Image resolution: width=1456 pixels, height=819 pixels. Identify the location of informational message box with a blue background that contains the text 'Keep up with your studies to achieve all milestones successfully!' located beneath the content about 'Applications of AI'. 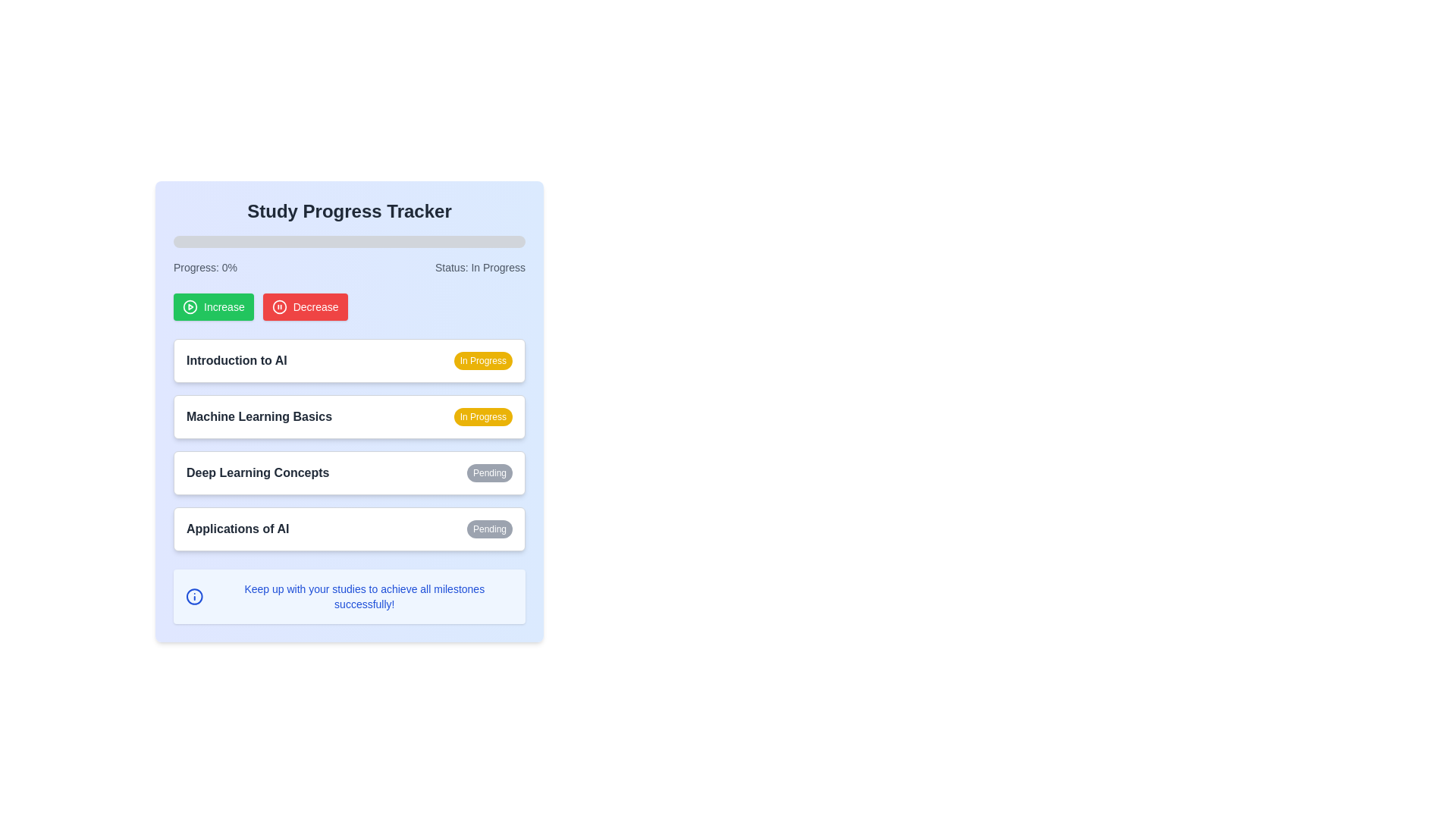
(348, 595).